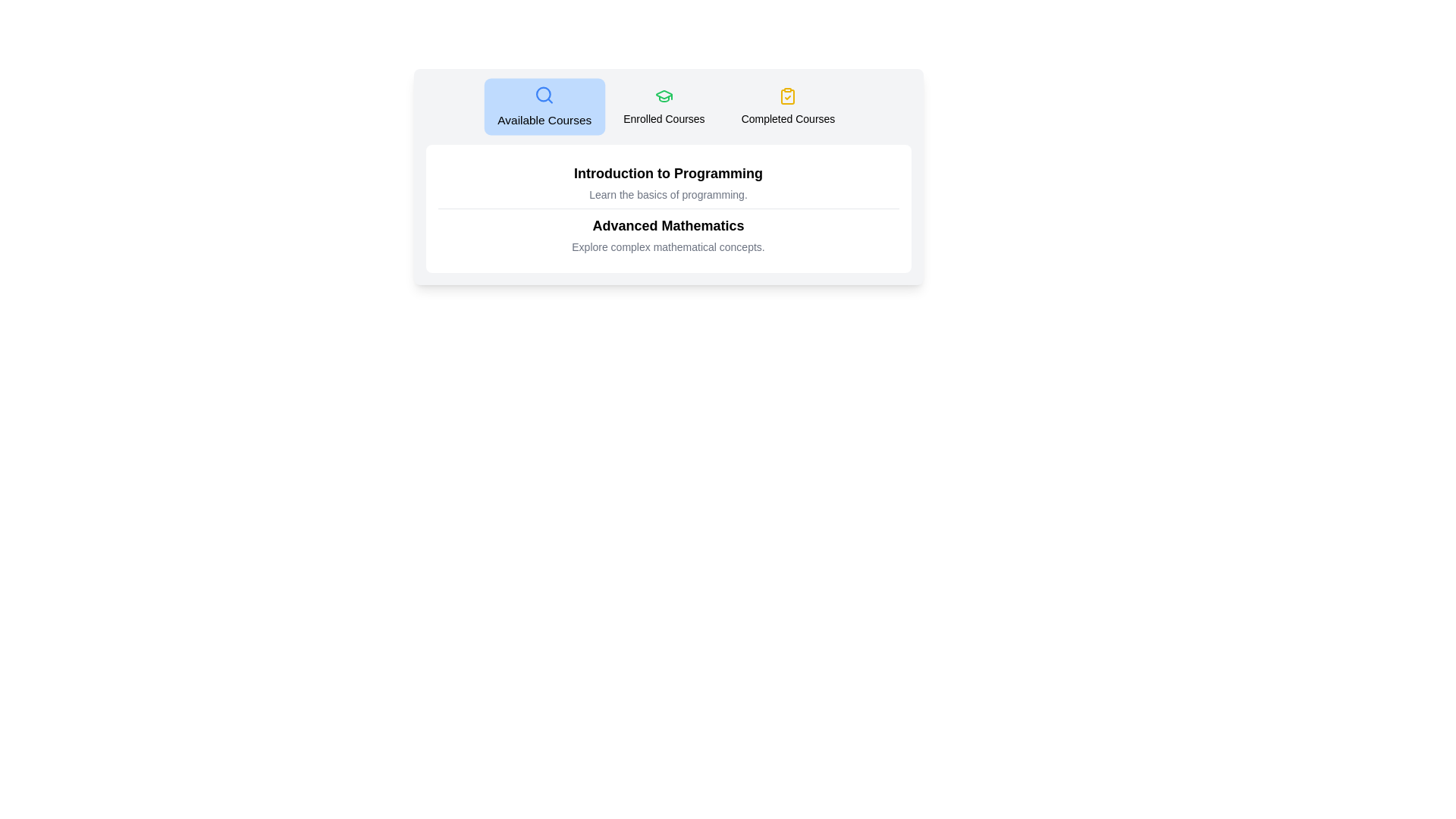 The image size is (1456, 819). What do you see at coordinates (667, 172) in the screenshot?
I see `the course titled Introduction to Programming from the active tab` at bounding box center [667, 172].